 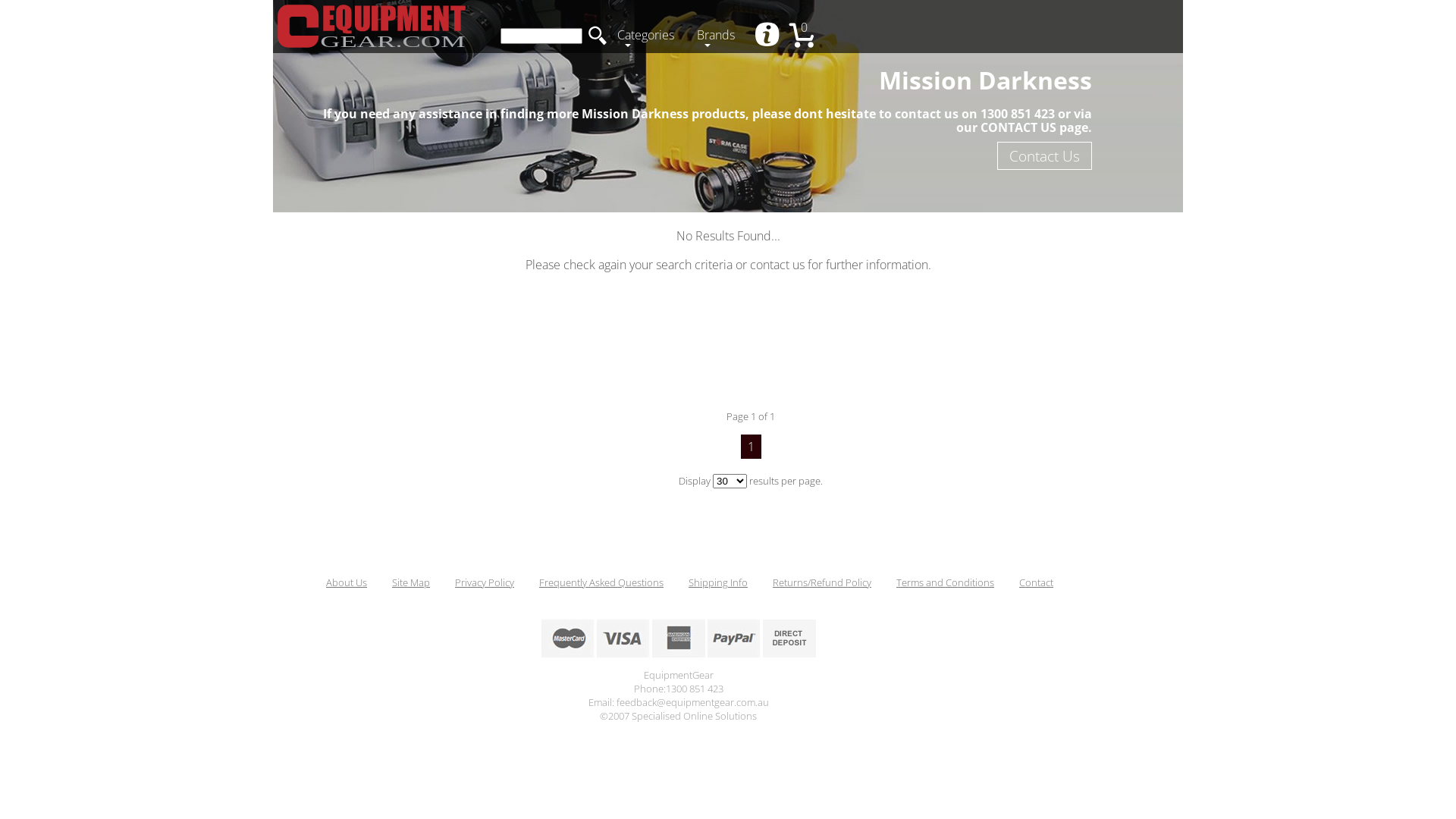 I want to click on 'Site Map', so click(x=392, y=581).